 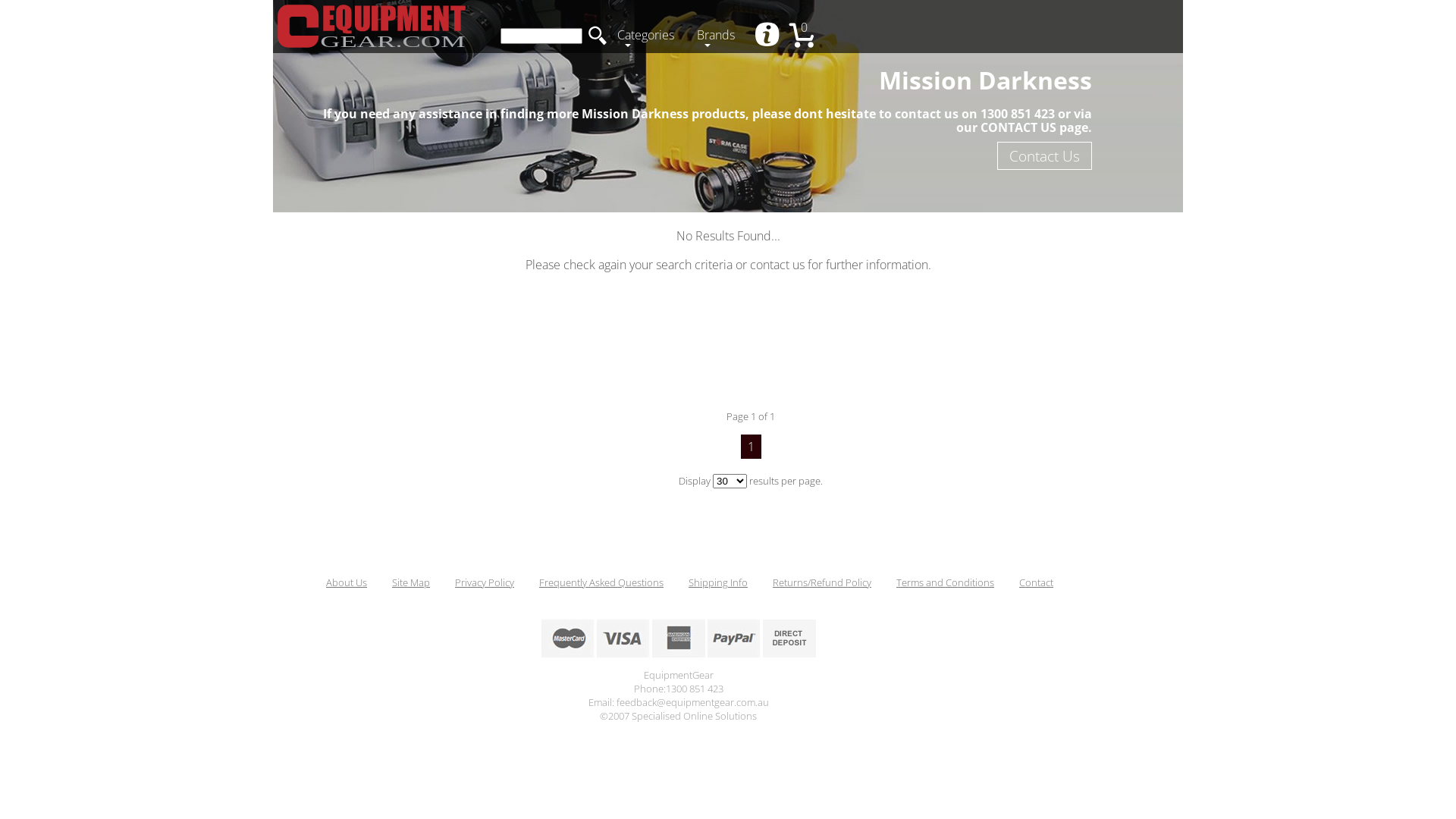 I want to click on 'Site Map', so click(x=392, y=581).